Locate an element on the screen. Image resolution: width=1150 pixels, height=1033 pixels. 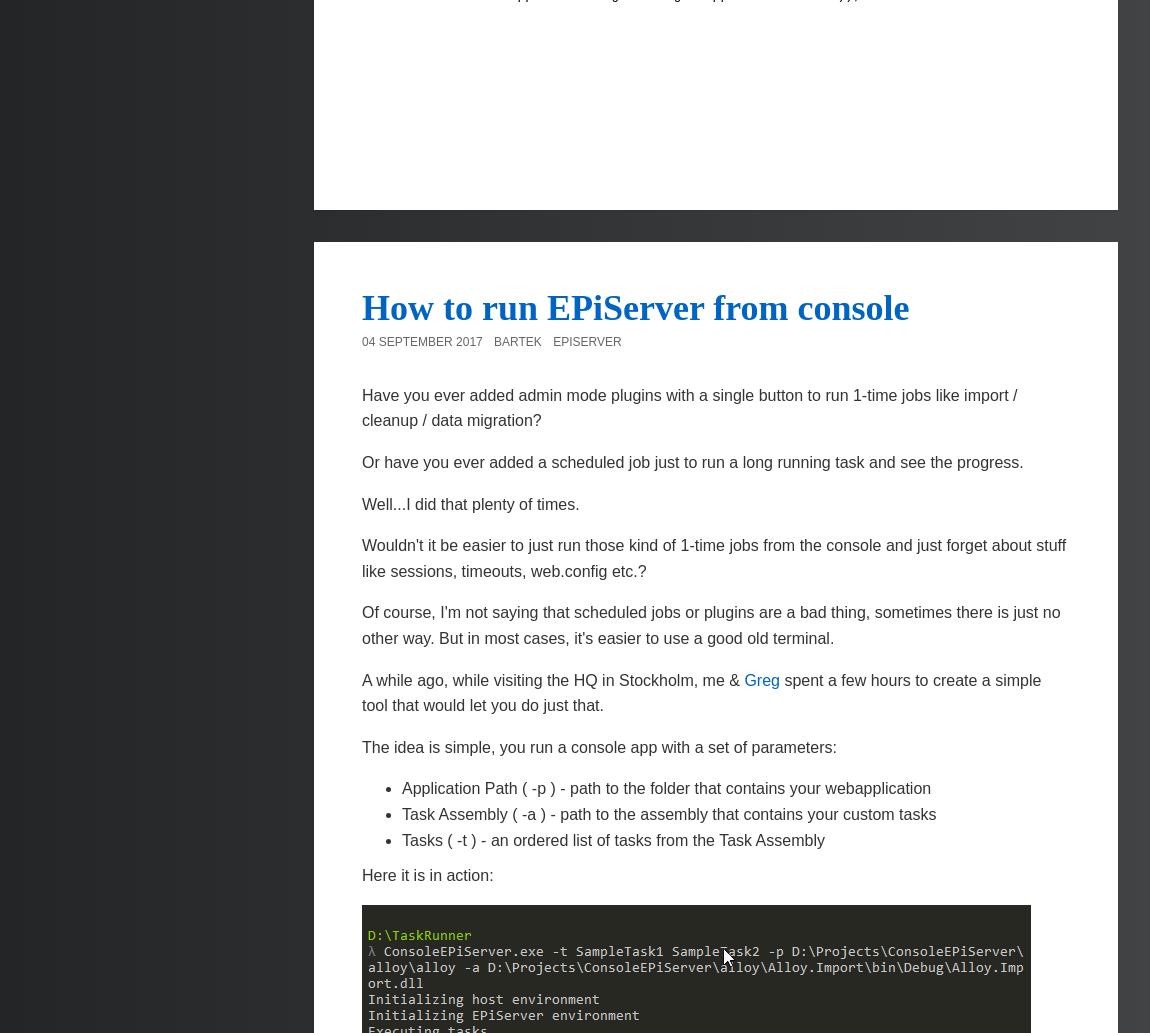
'04 September 2017' is located at coordinates (422, 339).